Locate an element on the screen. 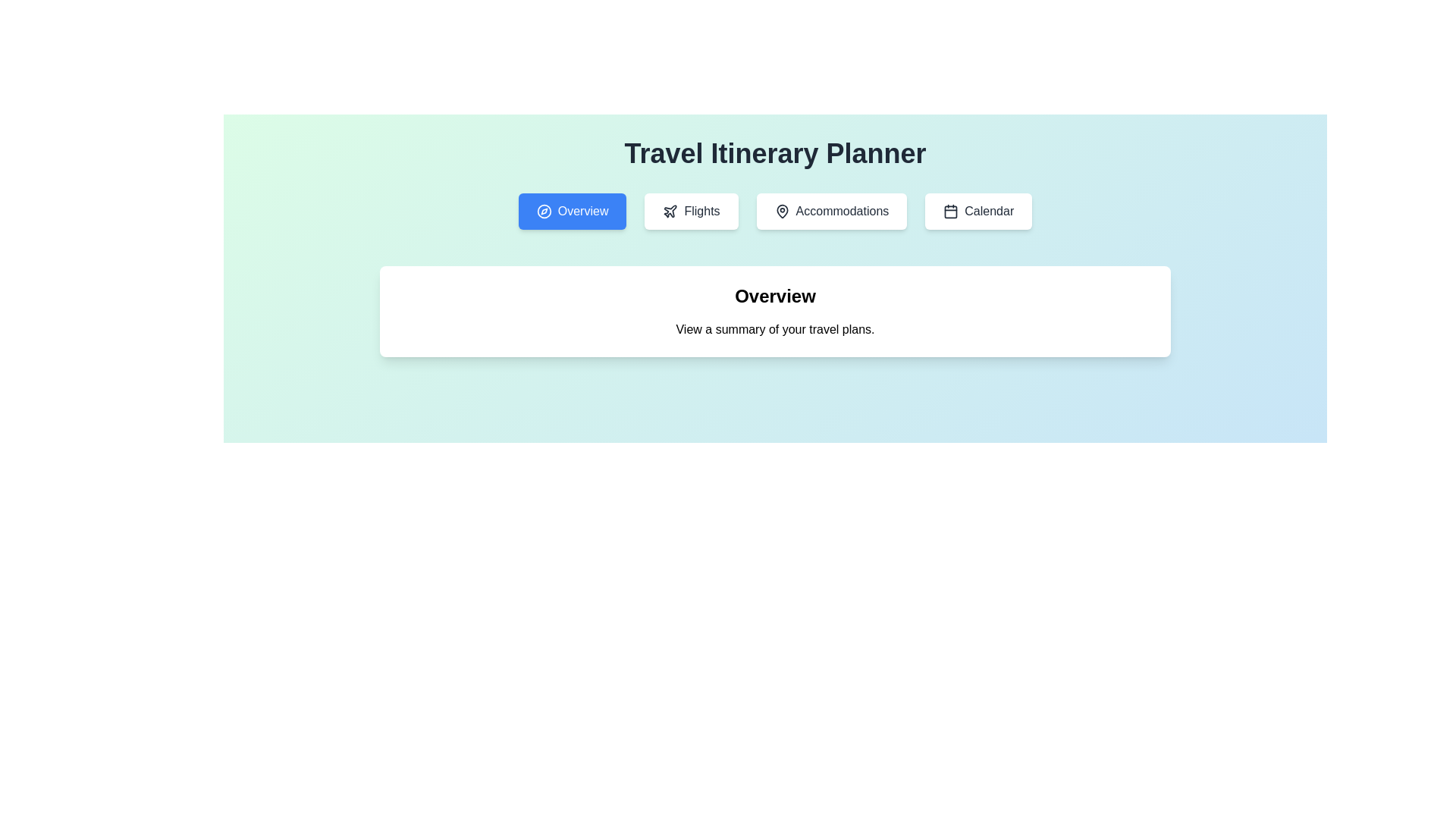  the 'Flights' navigation button located beneath the 'Travel Itinerary Planner' heading to observe a scaling effect is located at coordinates (691, 211).